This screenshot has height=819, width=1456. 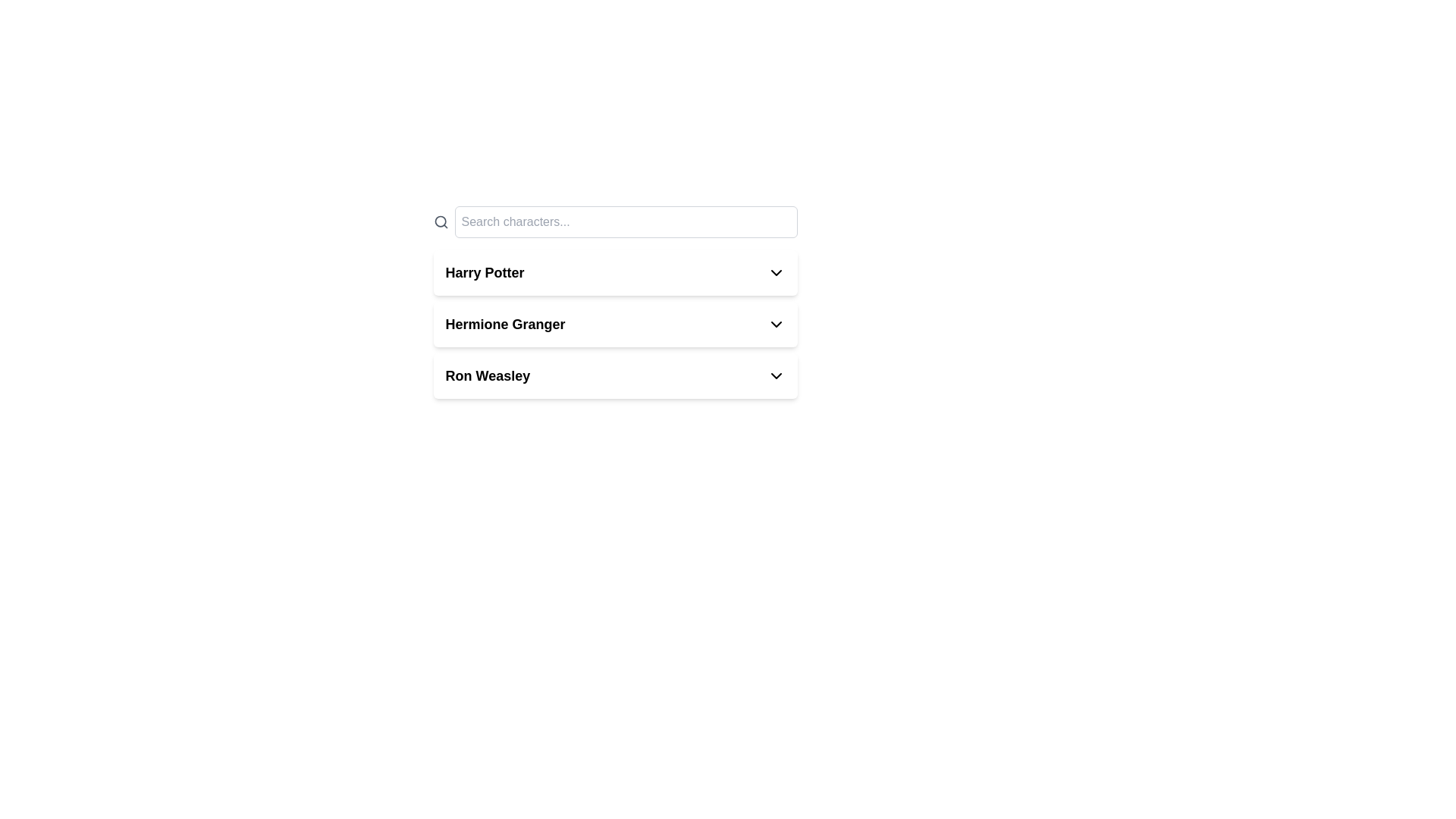 I want to click on the second selectable card in the list, which represents a character option and is located below the 'Harry Potter' card and above the 'Ron Weasley' card, so click(x=615, y=324).